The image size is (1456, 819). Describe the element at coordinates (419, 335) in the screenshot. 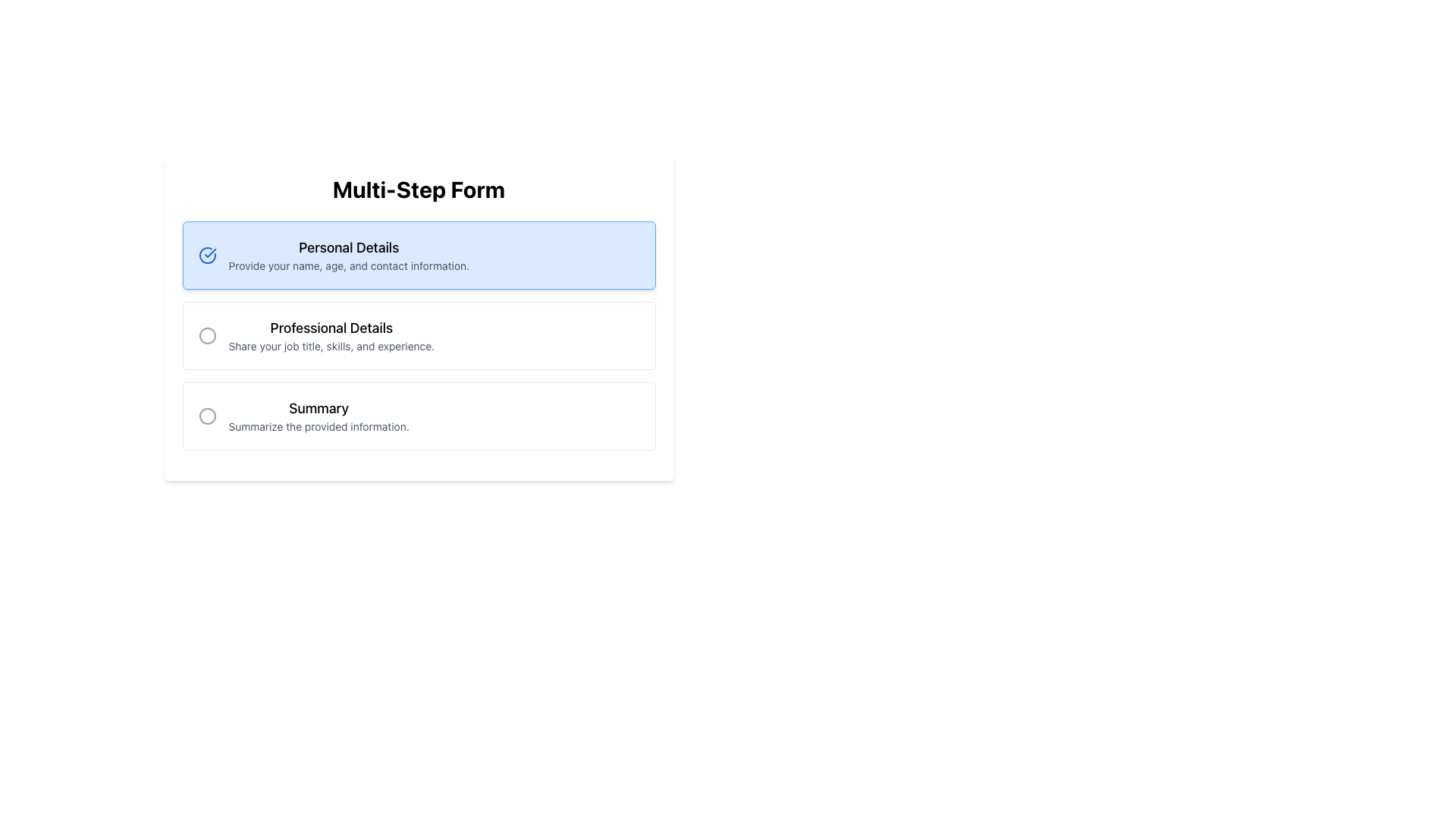

I see `contents of the 'Professional Details' section within the 'Multi-Step Form', which includes a bold heading and a description about sharing job title, skills, and experience` at that location.